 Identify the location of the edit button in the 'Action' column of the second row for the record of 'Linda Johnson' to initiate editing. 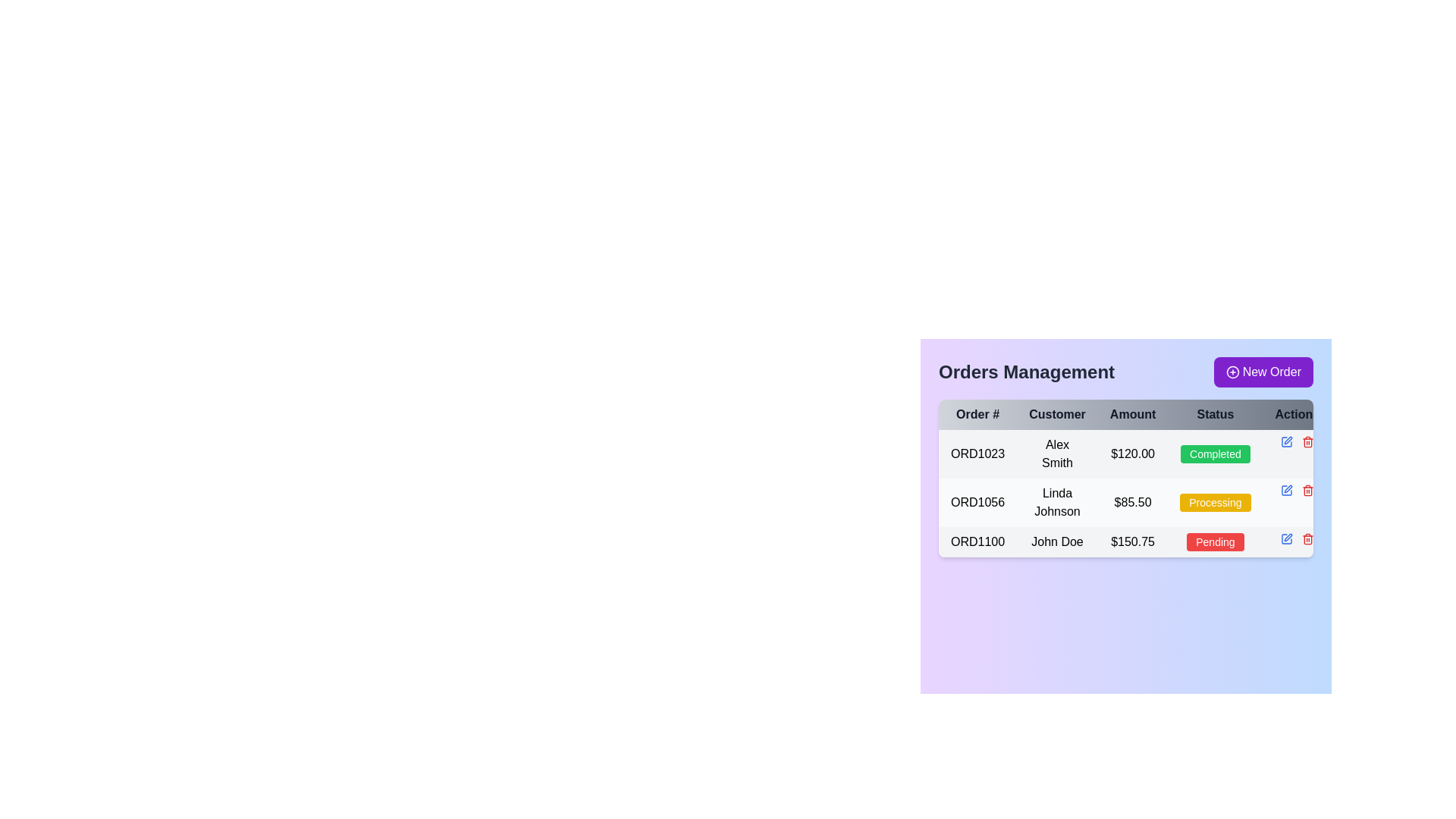
(1287, 441).